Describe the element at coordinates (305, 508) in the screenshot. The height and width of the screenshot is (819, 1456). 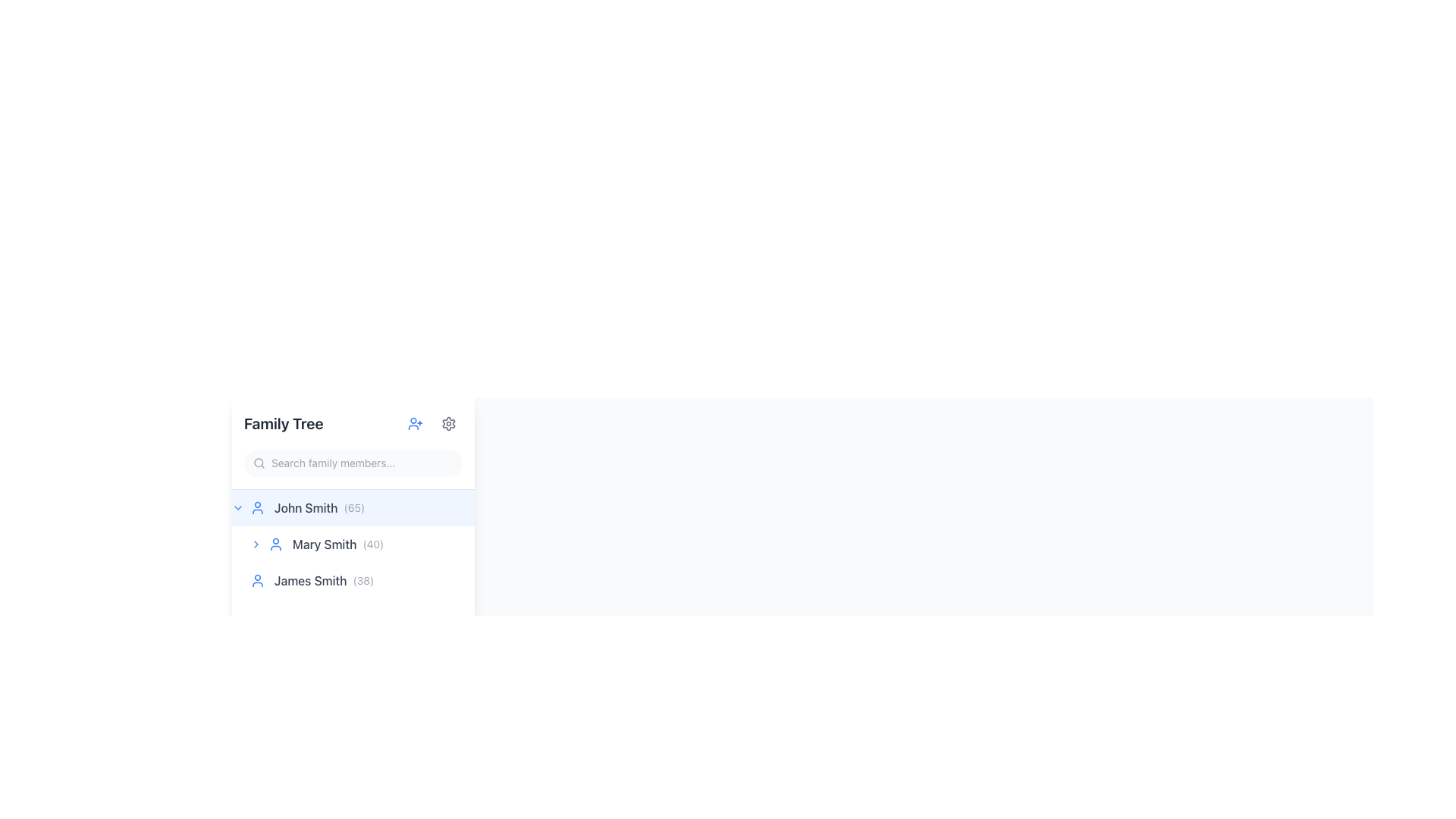
I see `the static text element displaying 'John Smith', which is positioned next to a blue user icon and to the left of the text '(65)', within a light blue highlighted list item` at that location.